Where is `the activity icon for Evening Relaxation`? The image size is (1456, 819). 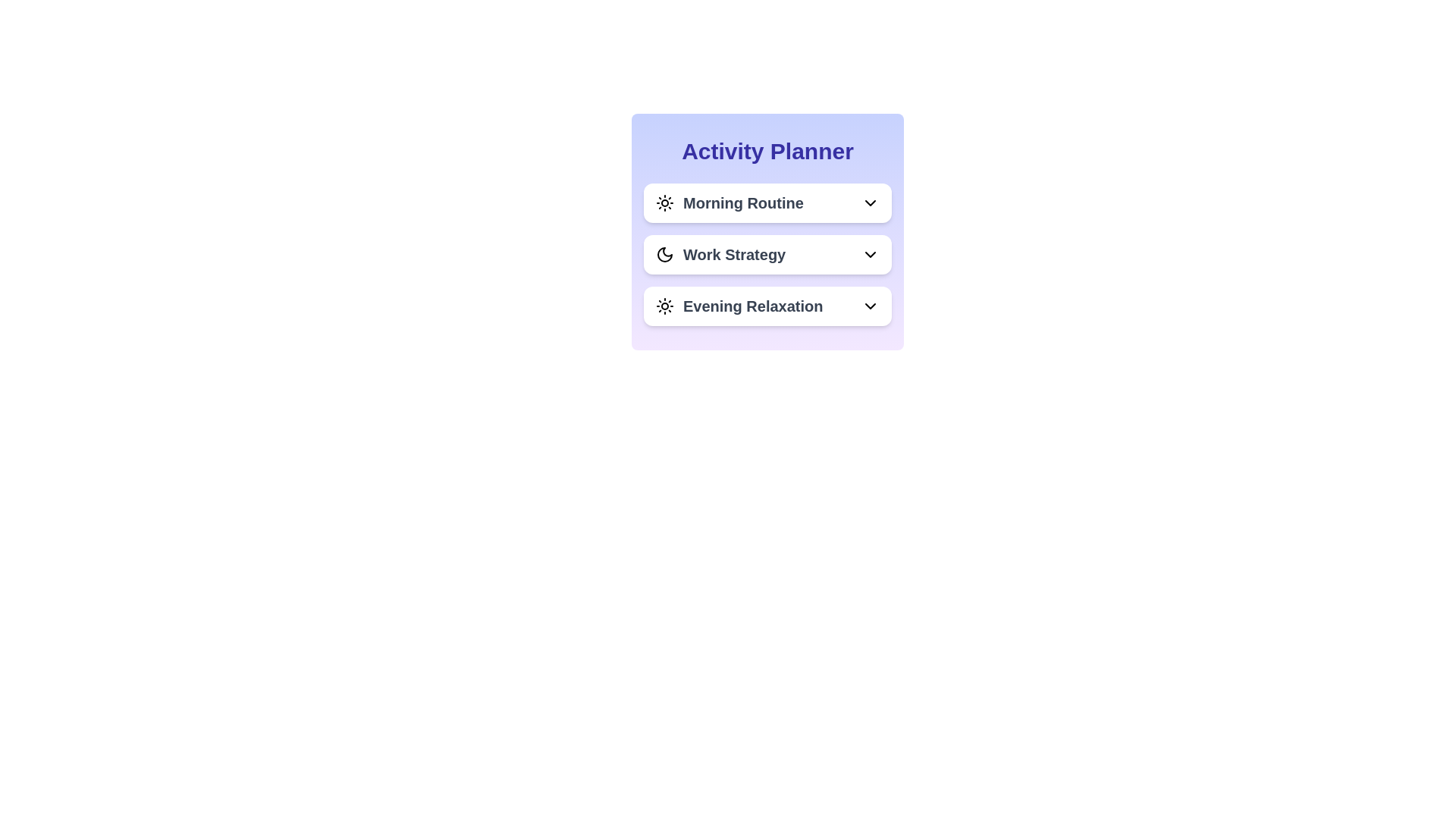 the activity icon for Evening Relaxation is located at coordinates (665, 306).